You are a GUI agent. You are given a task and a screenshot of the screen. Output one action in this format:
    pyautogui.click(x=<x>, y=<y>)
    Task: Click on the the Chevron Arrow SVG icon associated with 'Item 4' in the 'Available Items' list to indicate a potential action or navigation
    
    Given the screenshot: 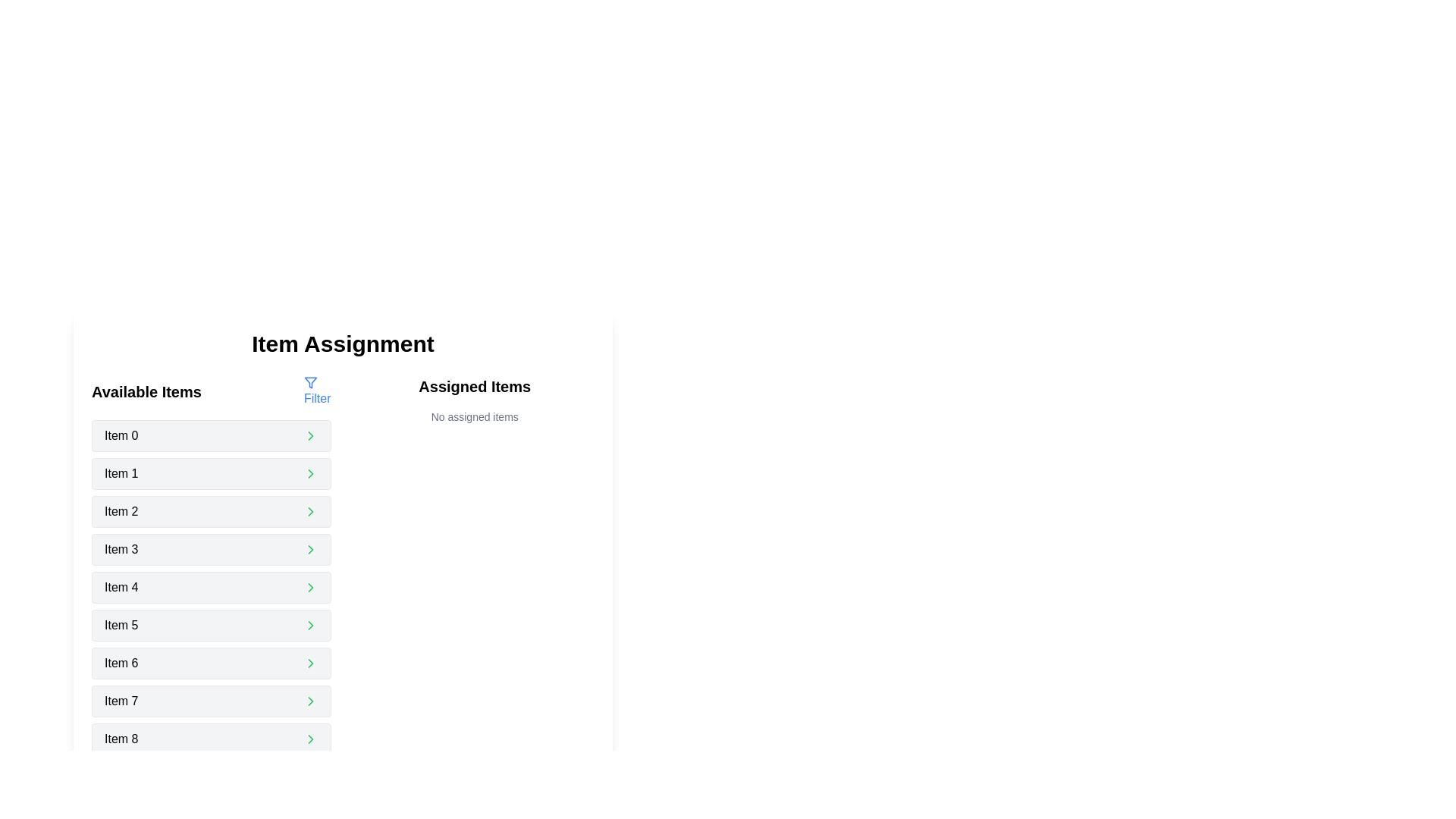 What is the action you would take?
    pyautogui.click(x=309, y=587)
    